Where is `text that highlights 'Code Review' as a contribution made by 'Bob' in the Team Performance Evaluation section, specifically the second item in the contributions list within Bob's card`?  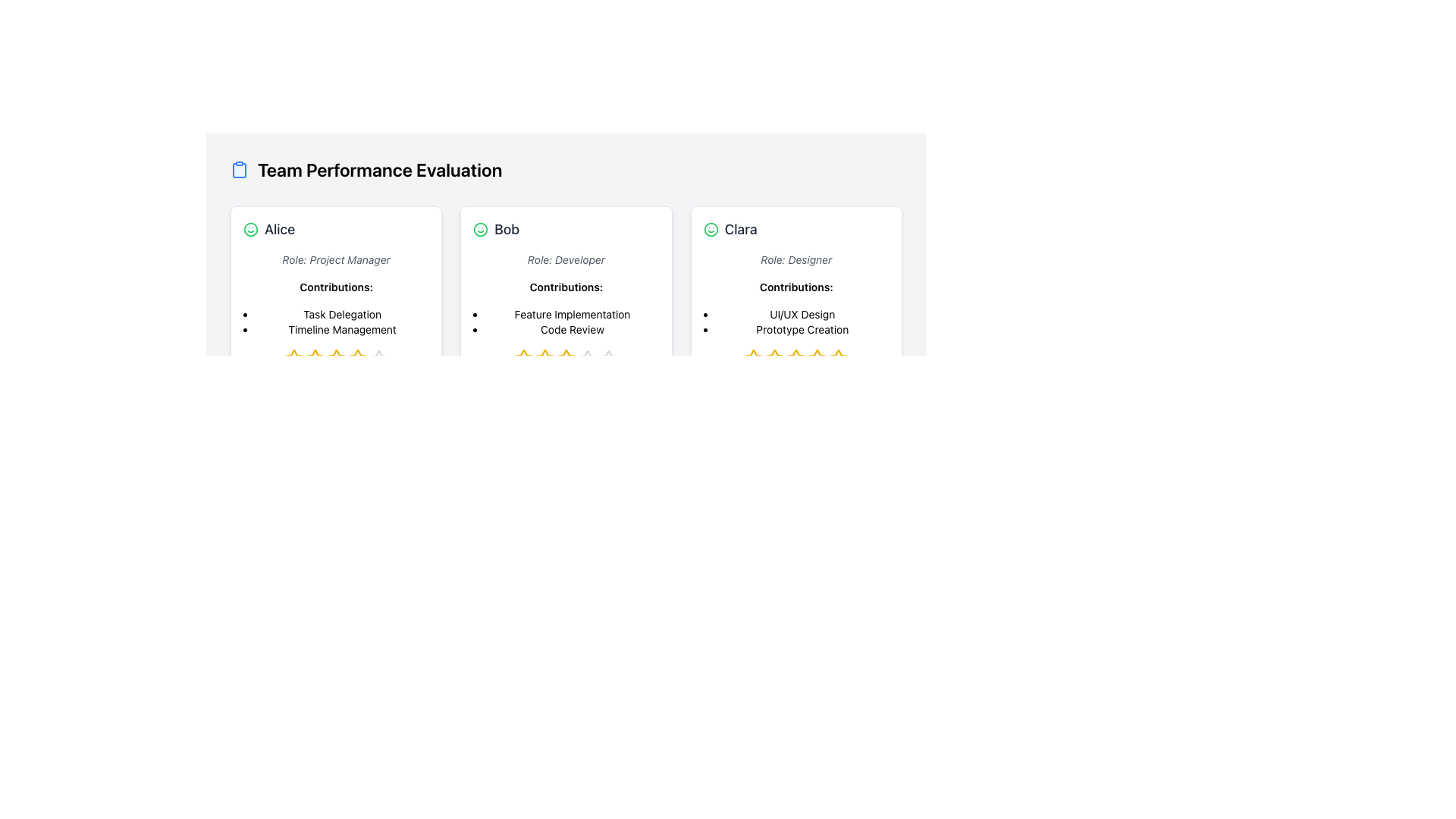 text that highlights 'Code Review' as a contribution made by 'Bob' in the Team Performance Evaluation section, specifically the second item in the contributions list within Bob's card is located at coordinates (571, 329).